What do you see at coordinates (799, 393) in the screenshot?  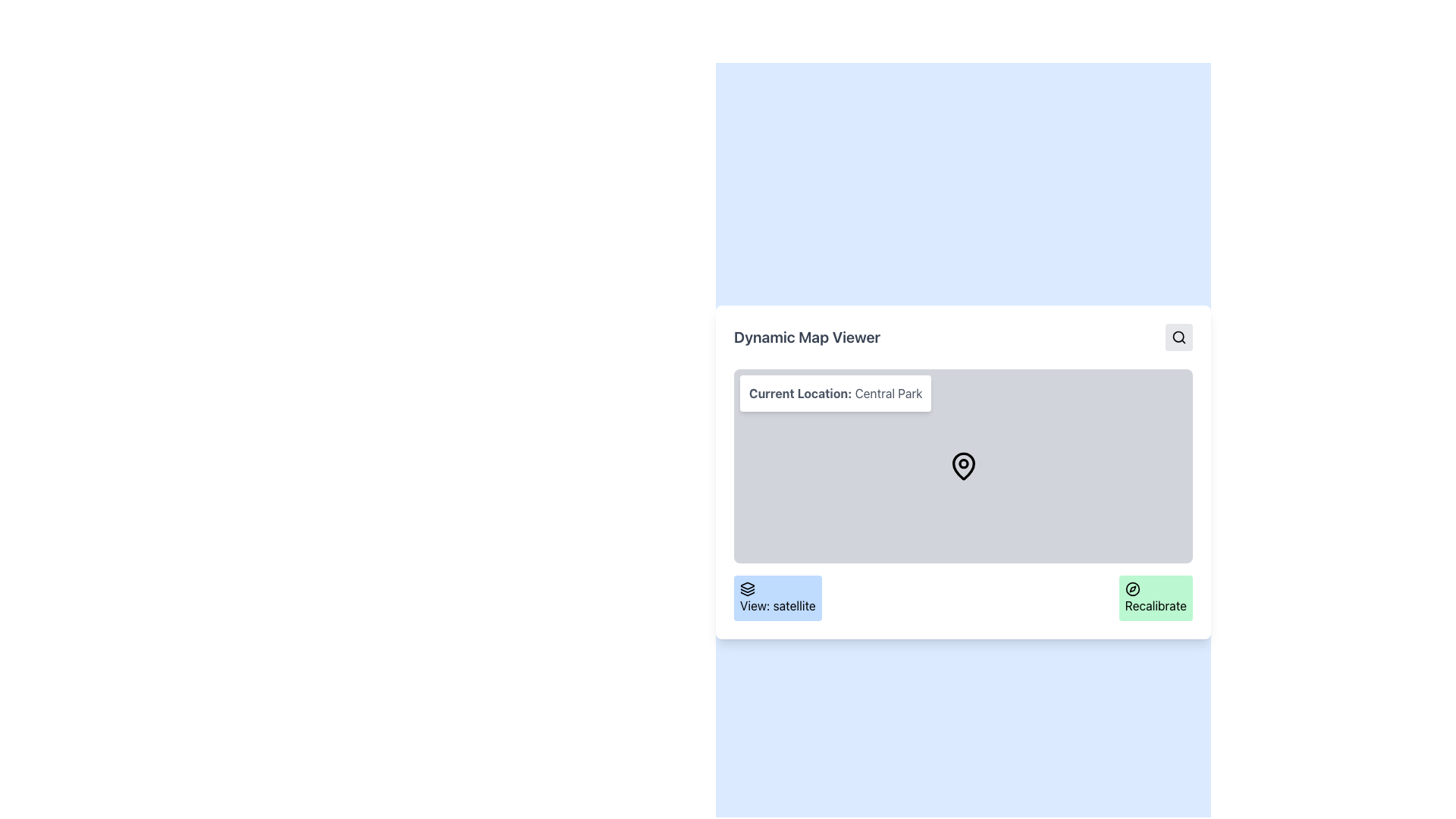 I see `the Static Text Label displaying 'Current Location:' which is positioned above the map area and to the left of 'Central Park'` at bounding box center [799, 393].